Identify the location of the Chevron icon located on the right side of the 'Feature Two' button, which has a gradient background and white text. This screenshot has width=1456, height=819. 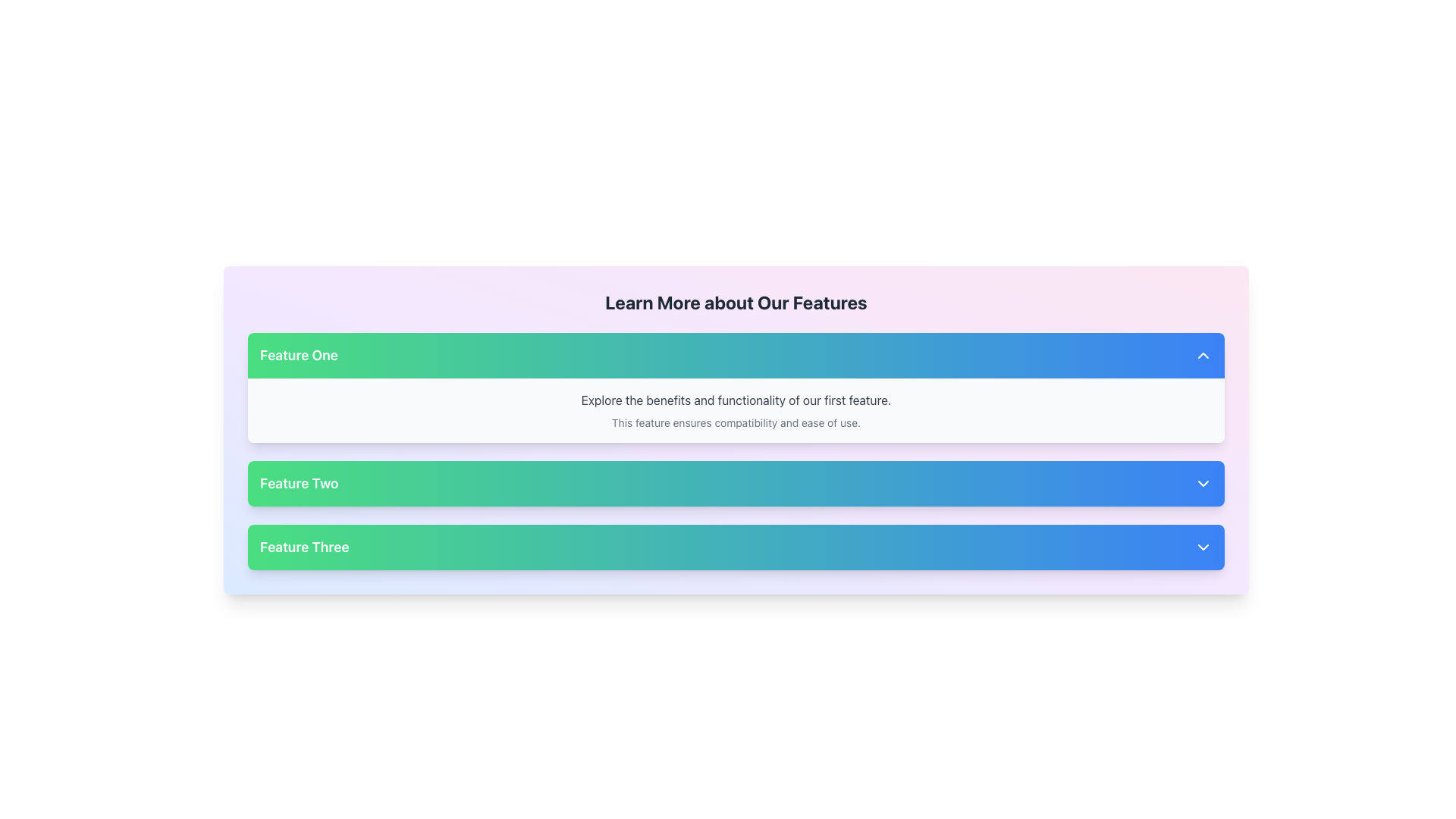
(1203, 483).